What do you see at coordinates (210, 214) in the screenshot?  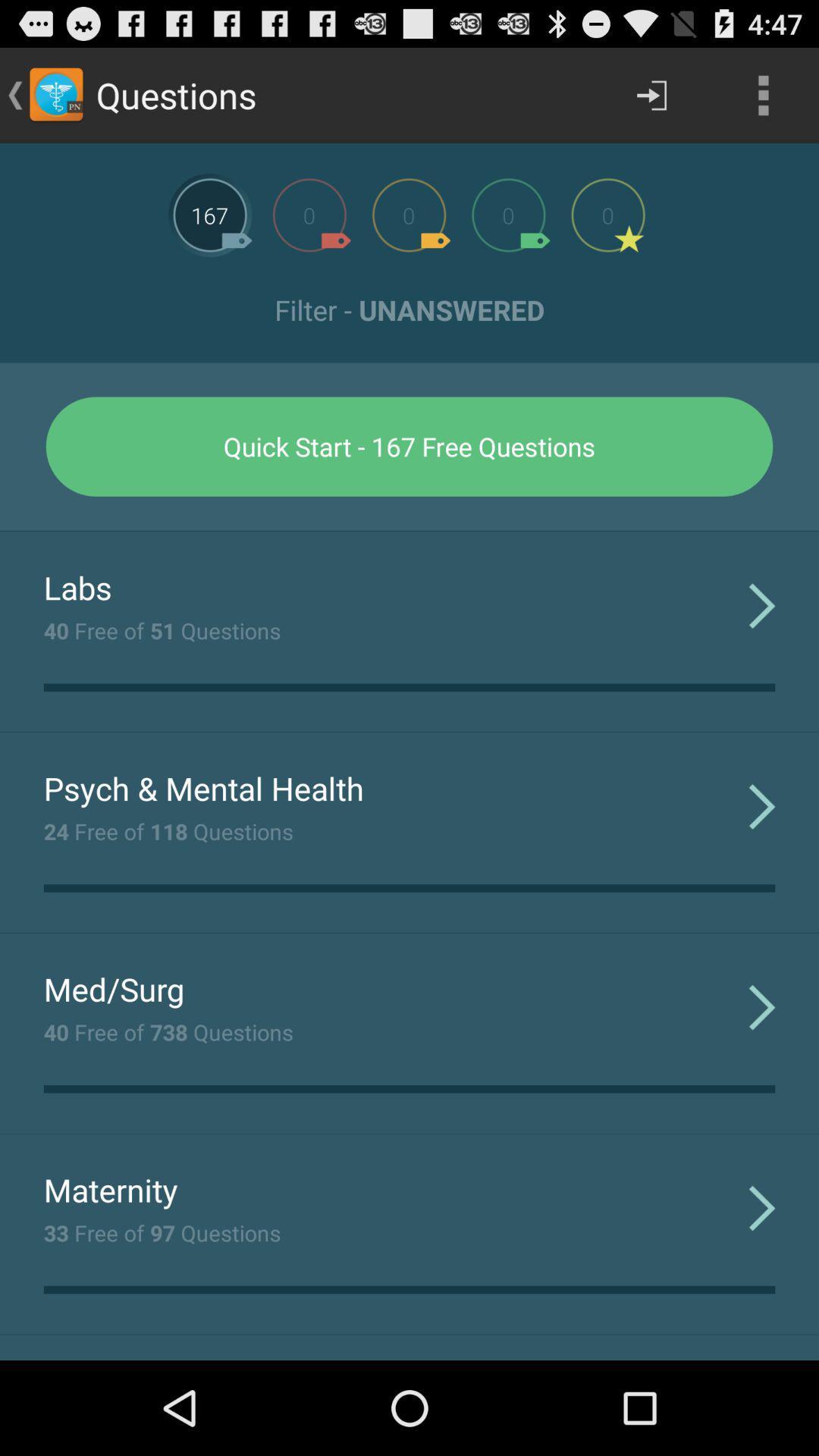 I see `click on 167` at bounding box center [210, 214].